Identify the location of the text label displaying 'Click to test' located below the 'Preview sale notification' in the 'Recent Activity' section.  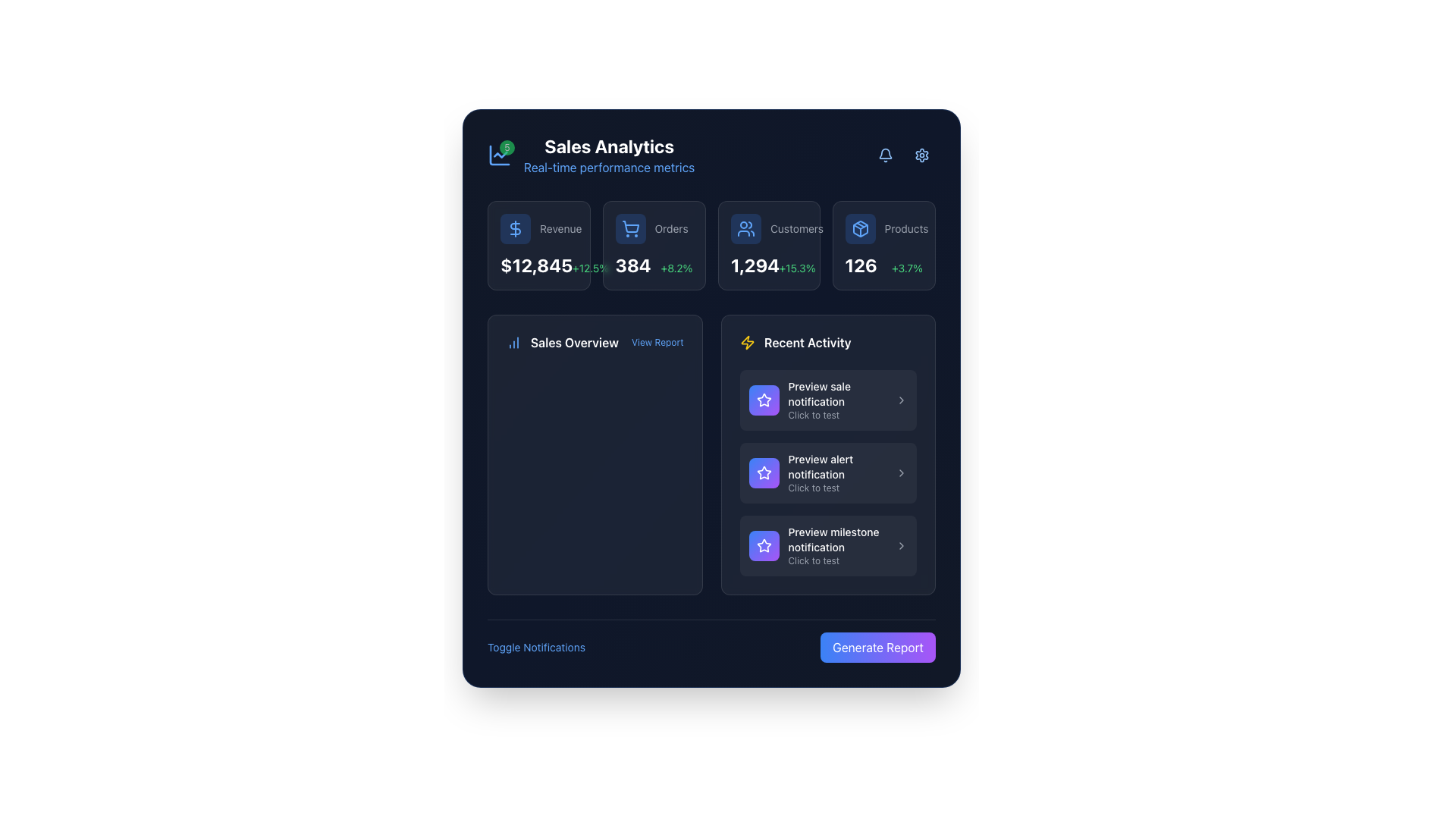
(836, 415).